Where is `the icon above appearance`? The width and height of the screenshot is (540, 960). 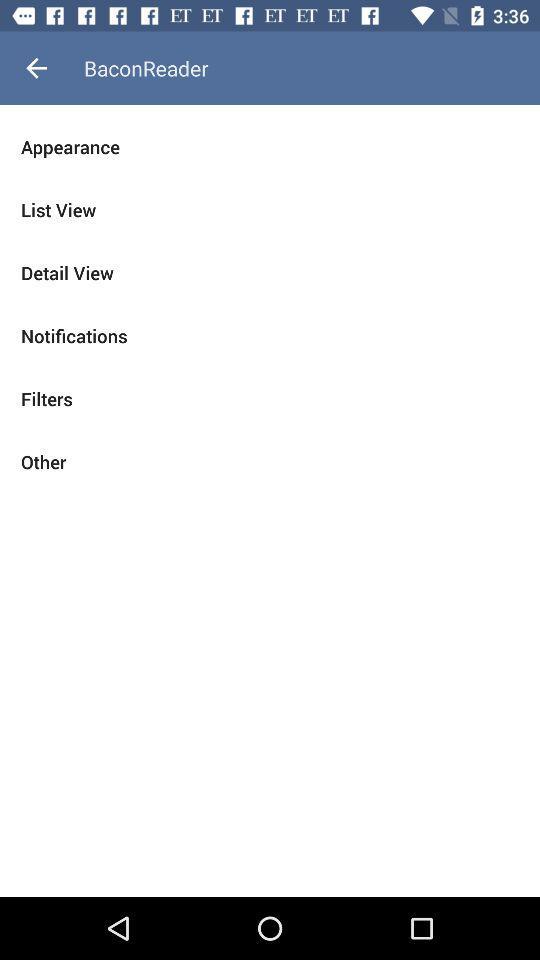
the icon above appearance is located at coordinates (36, 68).